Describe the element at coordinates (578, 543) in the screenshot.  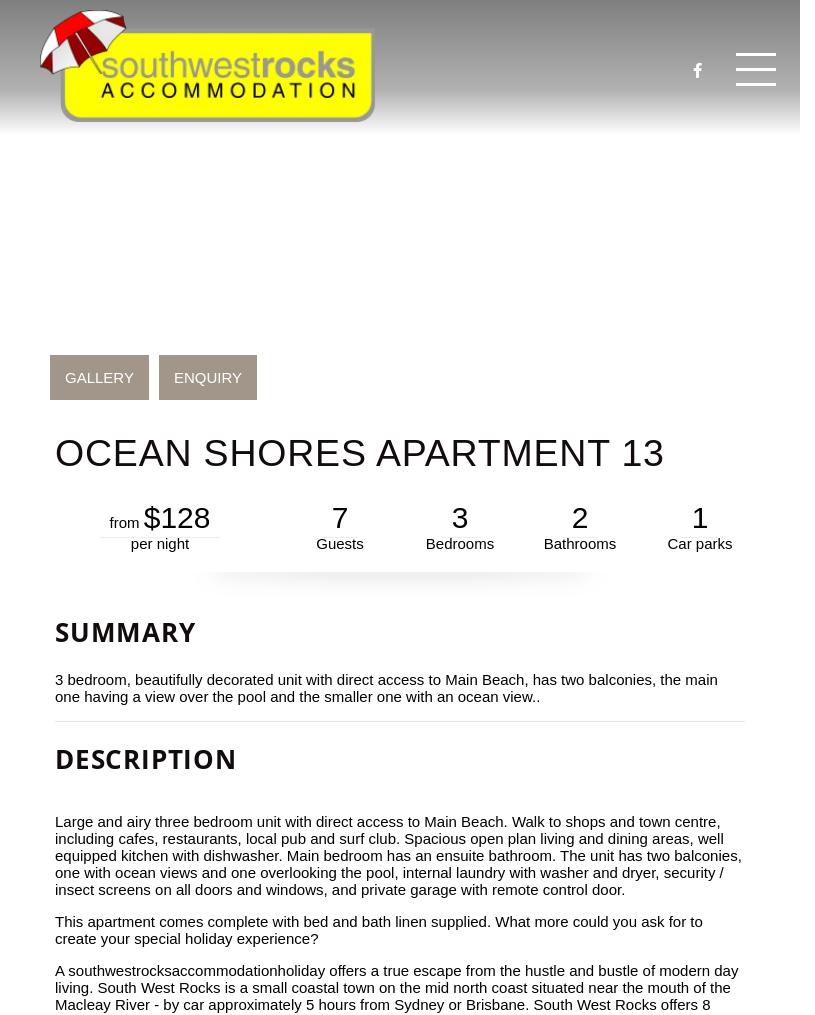
I see `'Bathrooms'` at that location.